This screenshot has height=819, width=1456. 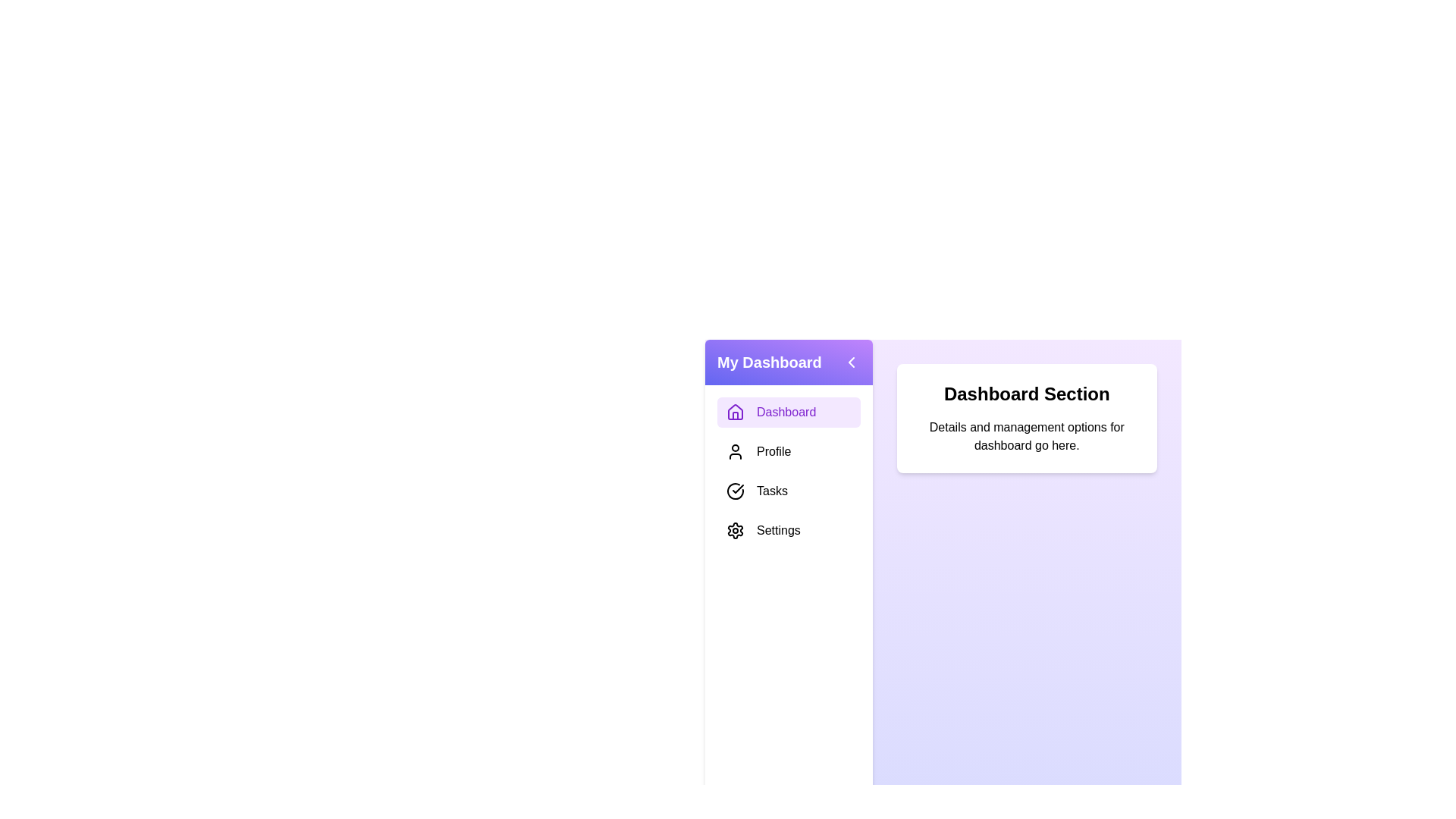 What do you see at coordinates (789, 451) in the screenshot?
I see `the 'Profile' button in the vertical navigation menu` at bounding box center [789, 451].